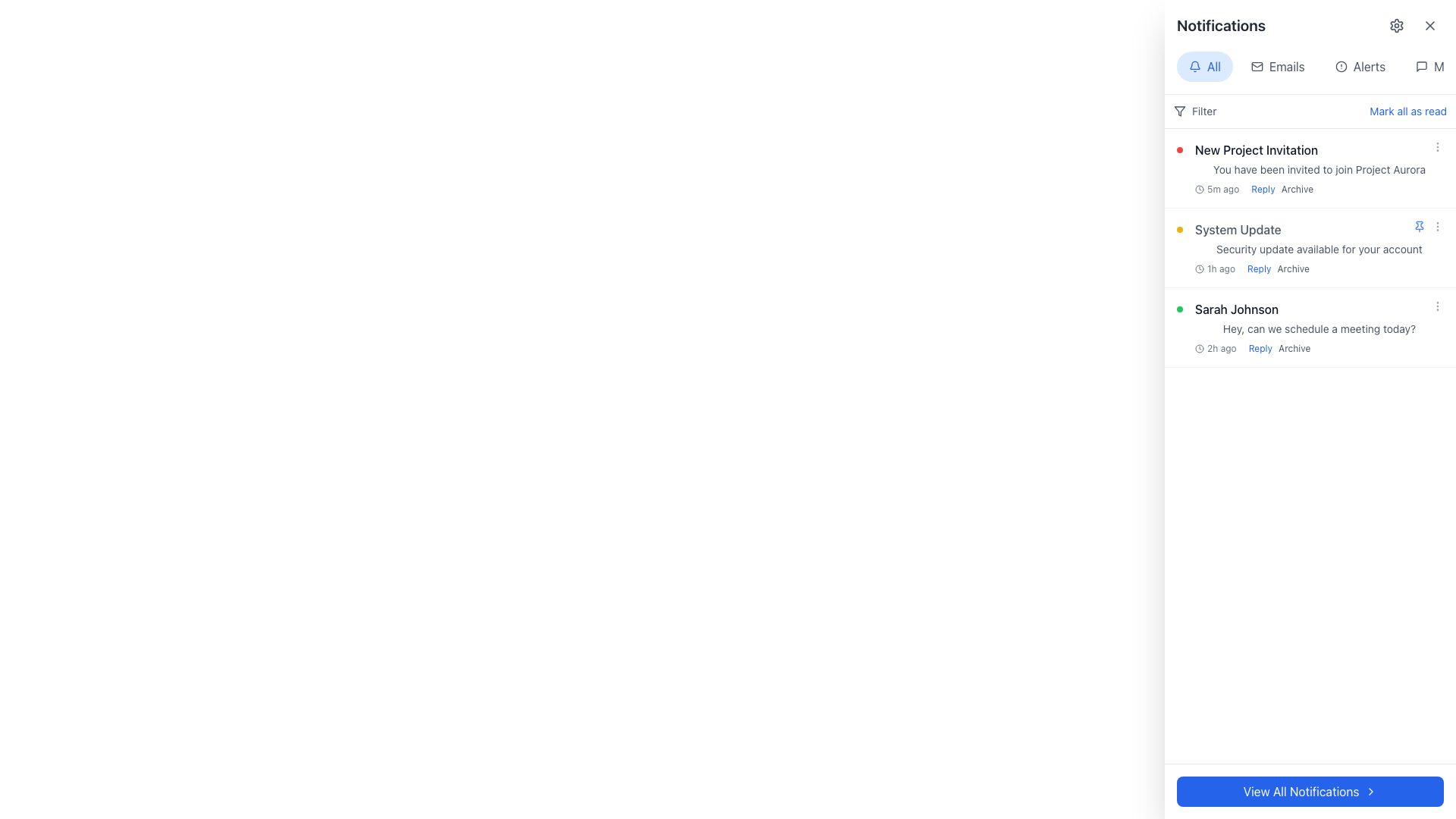 This screenshot has width=1456, height=819. What do you see at coordinates (1256, 66) in the screenshot?
I see `the small icon depicting a stylized mail envelope located next to the 'Emails' text to filter or access email notifications` at bounding box center [1256, 66].